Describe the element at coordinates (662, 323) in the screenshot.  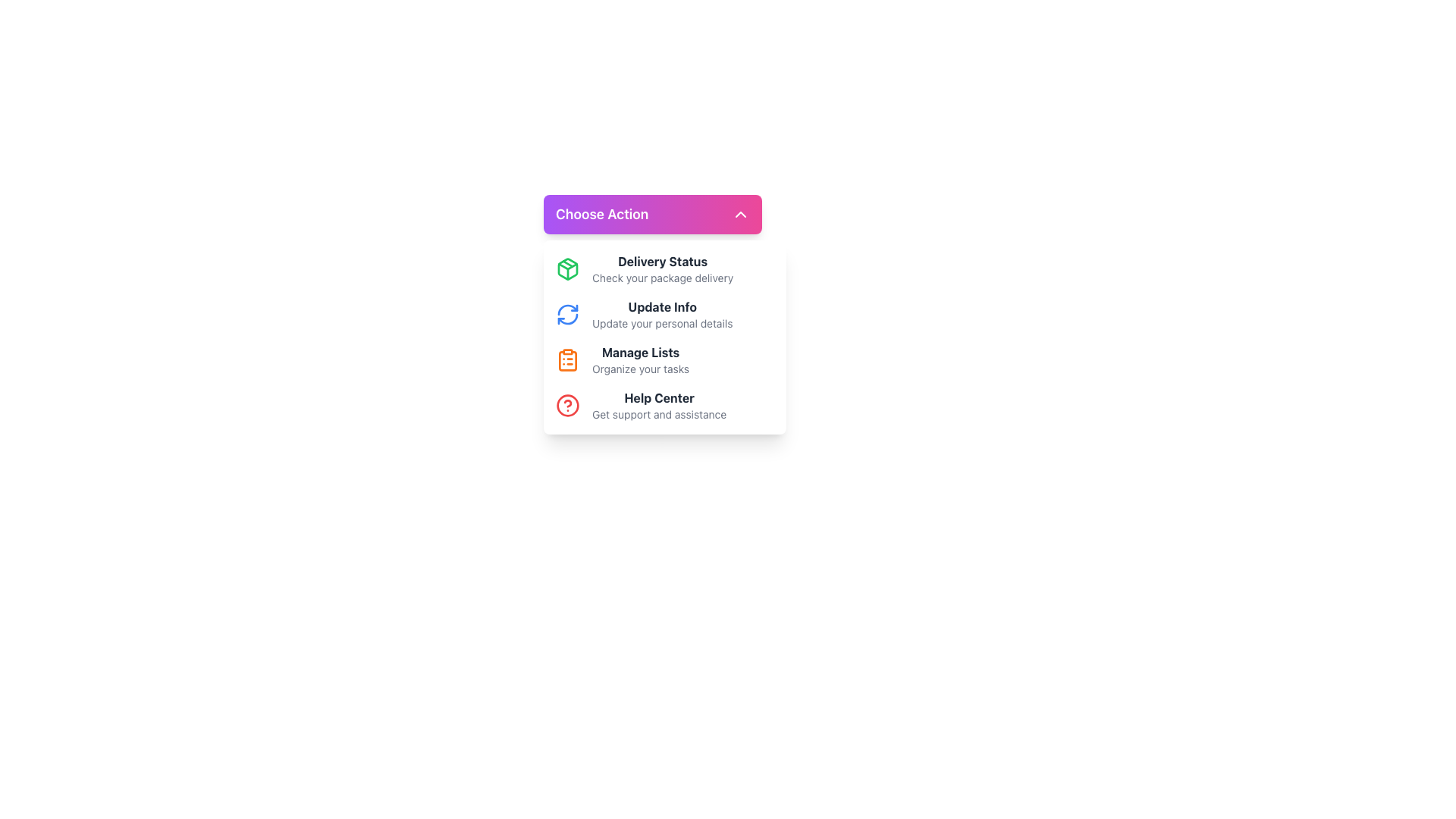
I see `descriptive text label that provides information about the 'Update Info' option, which is located directly under the bold title 'Update Info' in the vertical options menu` at that location.